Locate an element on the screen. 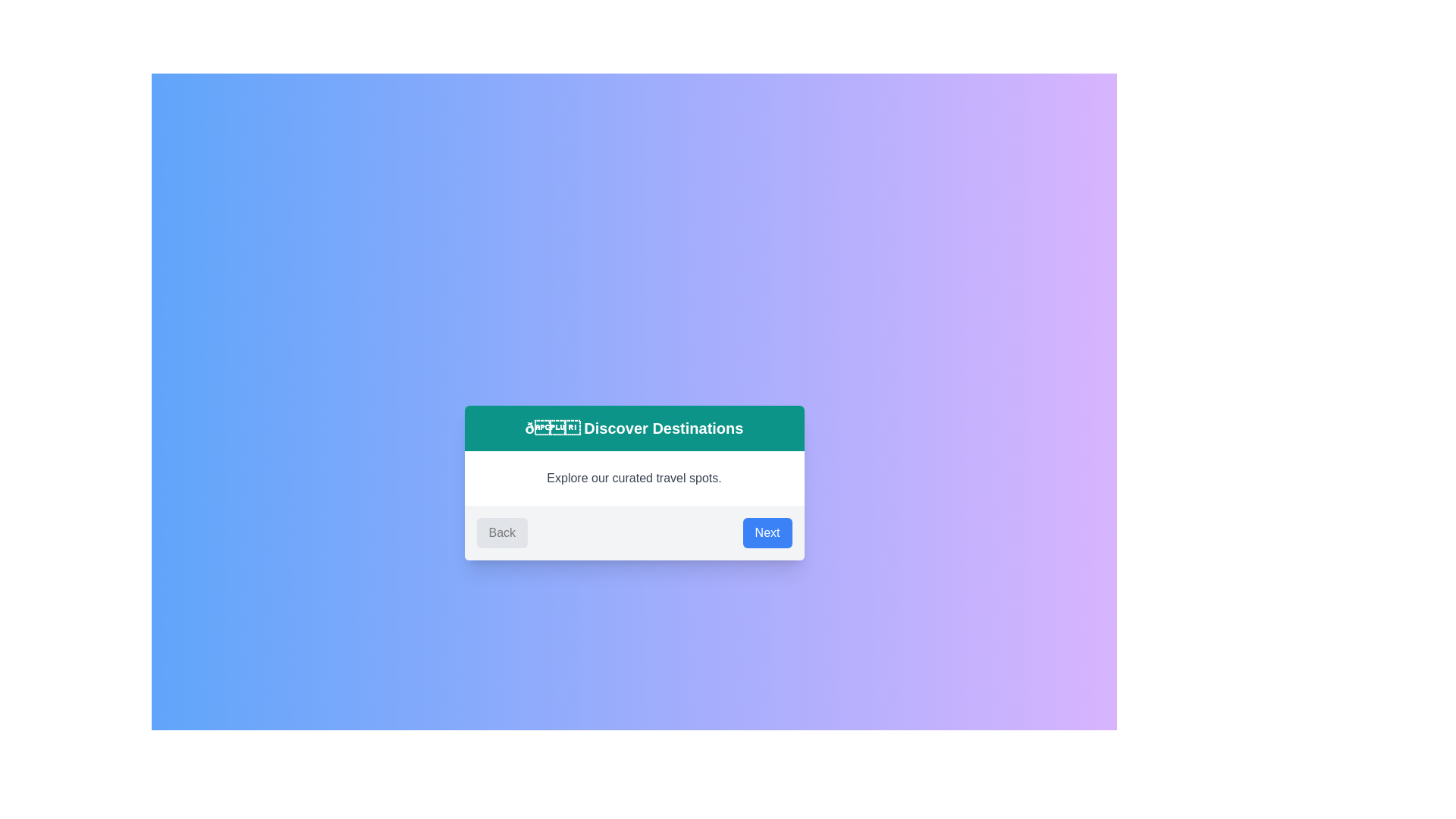 Image resolution: width=1456 pixels, height=819 pixels. the 'Back' button, which is a rectangular button with rounded corners, styled with a gray background and containing the text 'Back', located at the bottom left of the card UI is located at coordinates (502, 532).